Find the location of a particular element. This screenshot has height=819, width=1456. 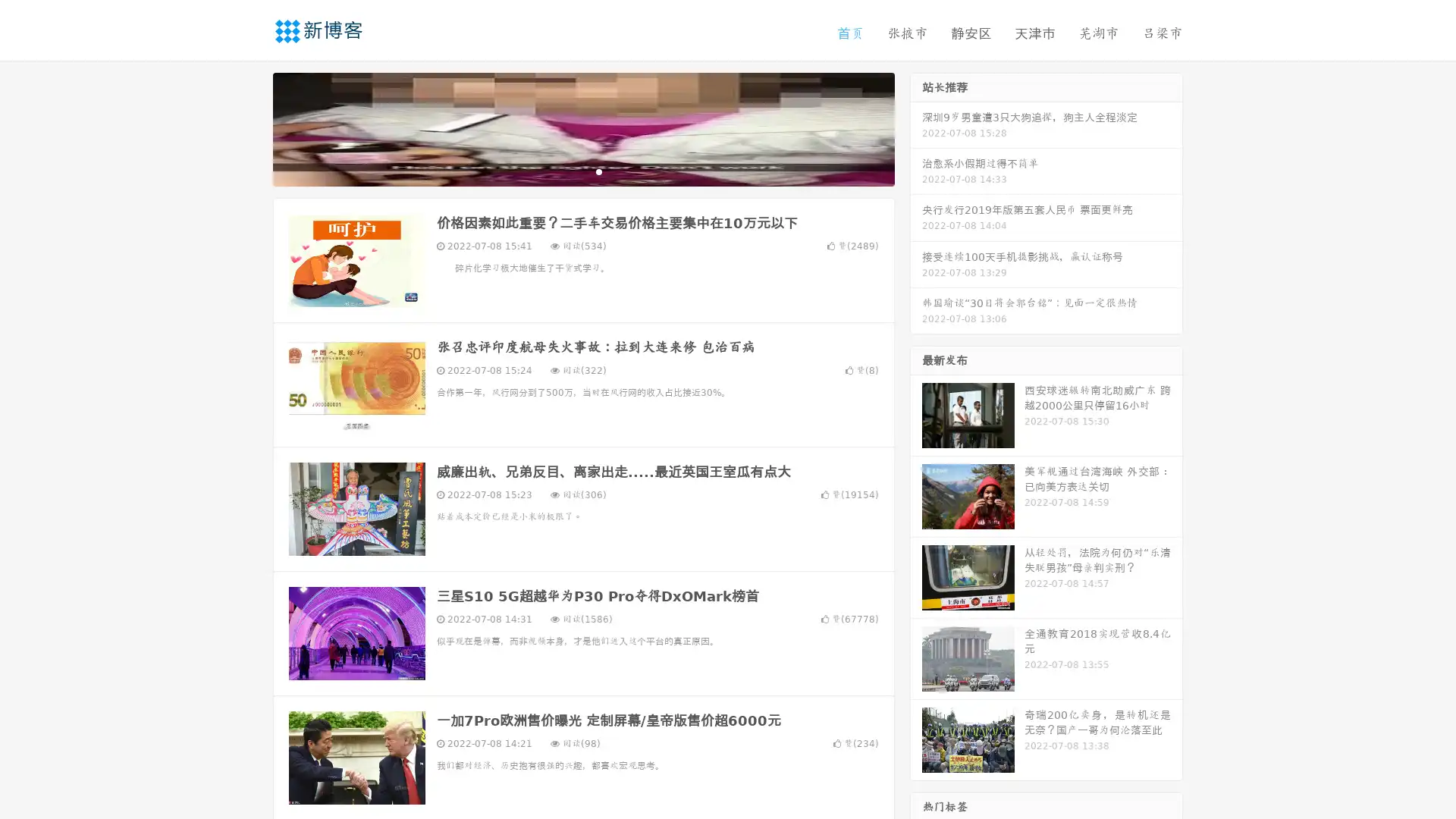

Go to slide 2 is located at coordinates (582, 171).